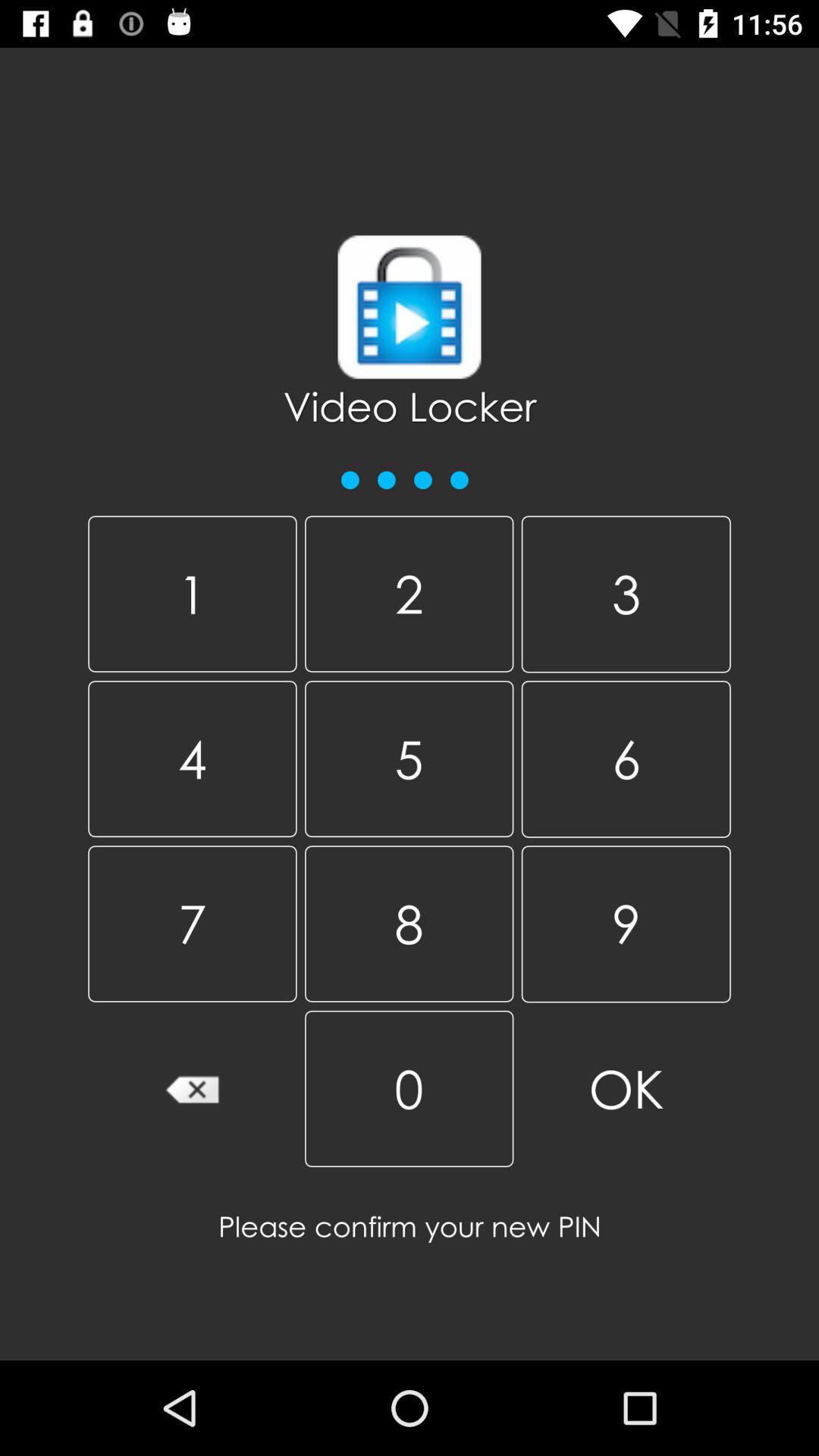  Describe the element at coordinates (626, 759) in the screenshot. I see `6 icon` at that location.